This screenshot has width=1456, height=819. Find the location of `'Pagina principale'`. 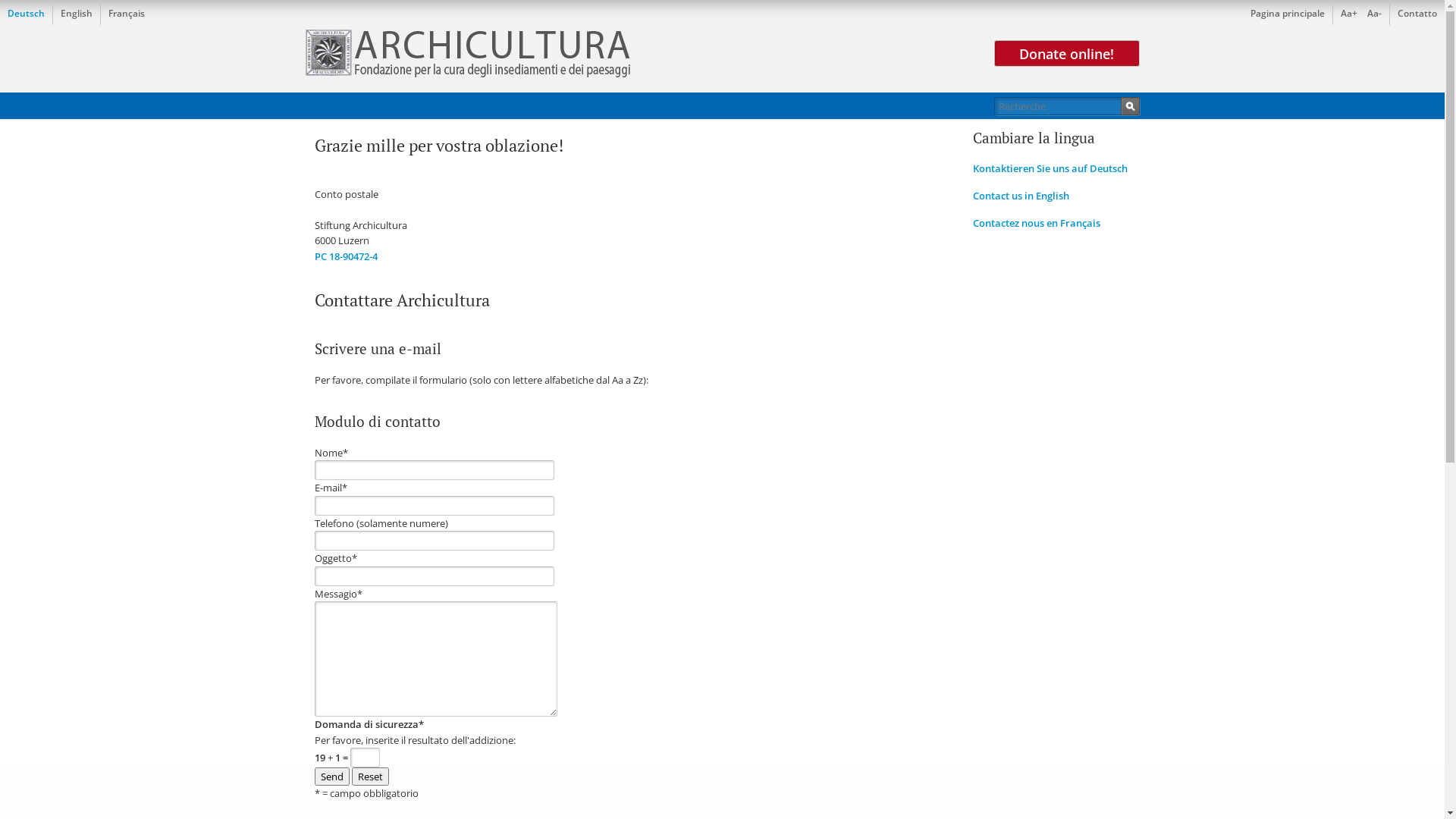

'Pagina principale' is located at coordinates (1287, 14).